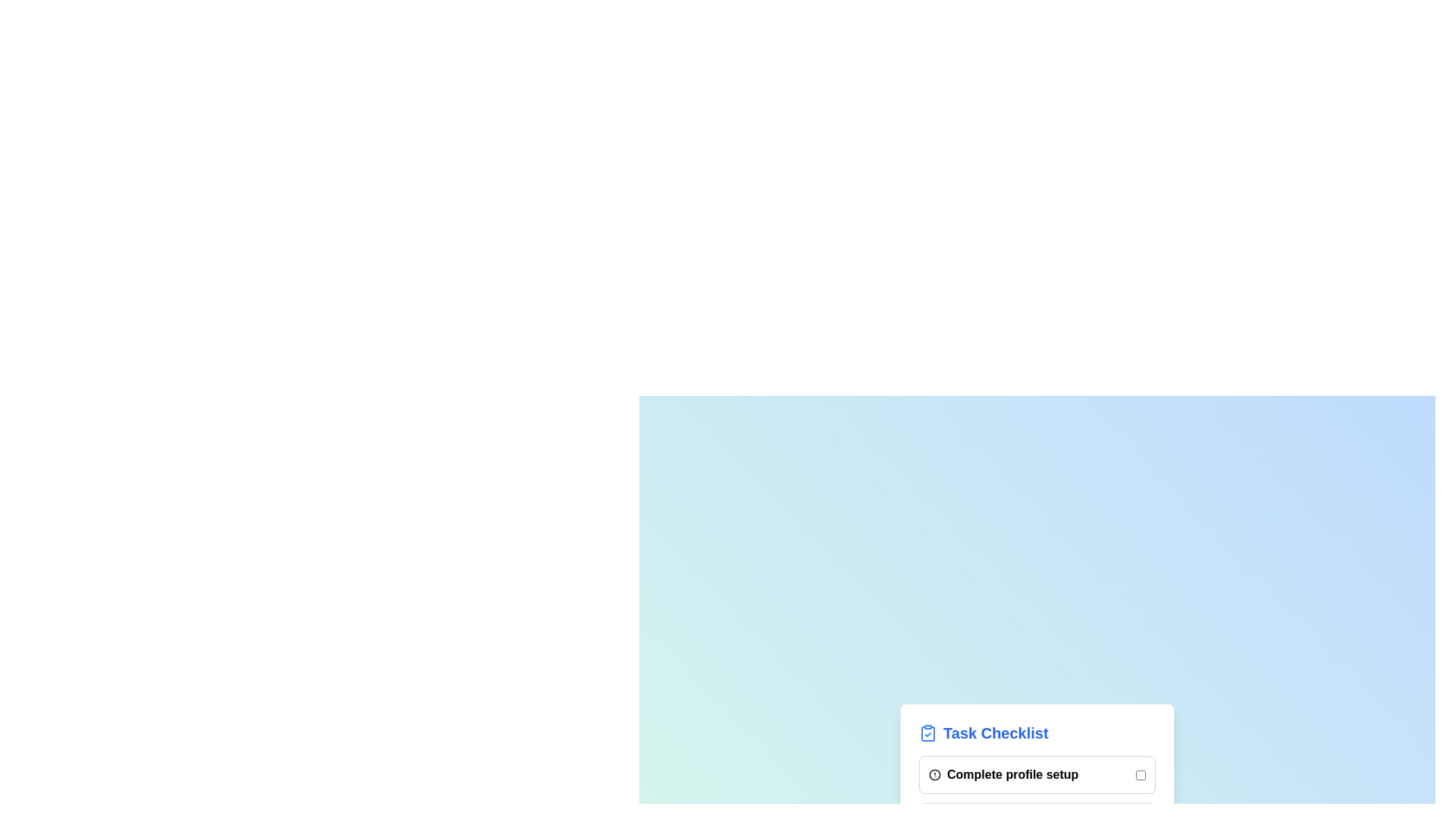 This screenshot has height=819, width=1456. Describe the element at coordinates (1037, 775) in the screenshot. I see `the first task item in the 'Task Checklist' which includes an alert and a checkbox` at that location.